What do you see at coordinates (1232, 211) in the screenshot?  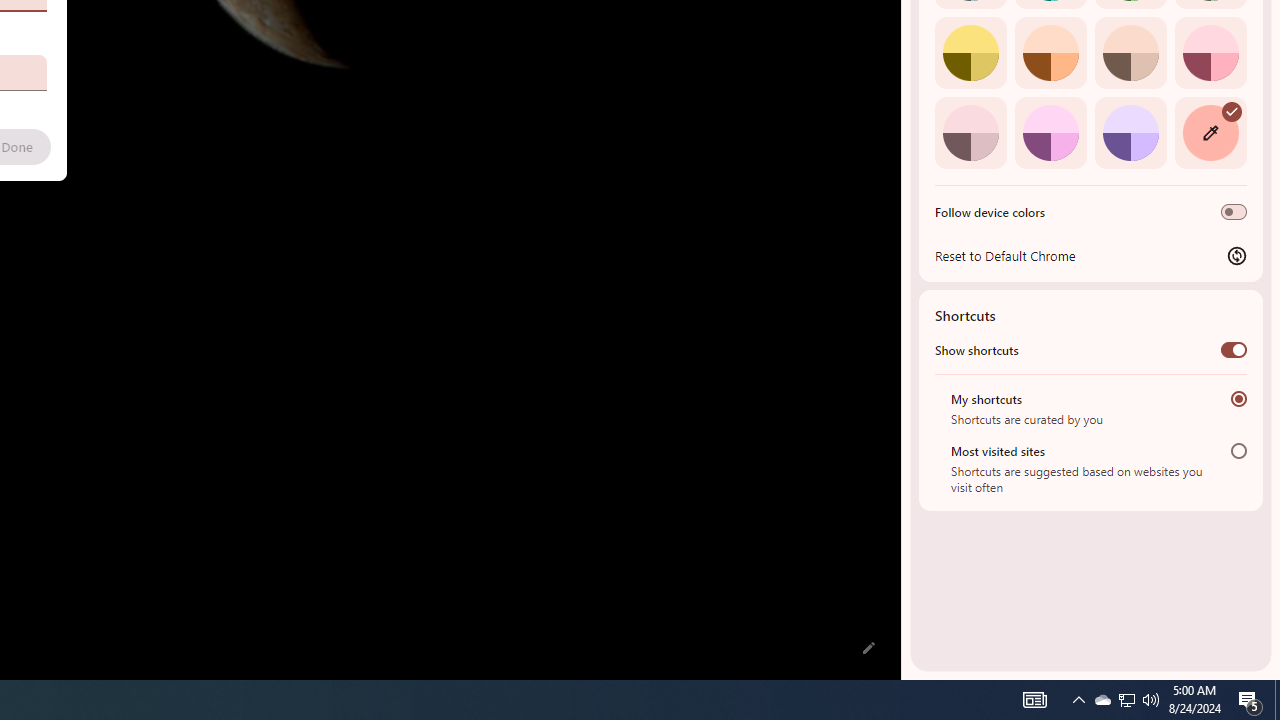 I see `'Follow device colors'` at bounding box center [1232, 211].